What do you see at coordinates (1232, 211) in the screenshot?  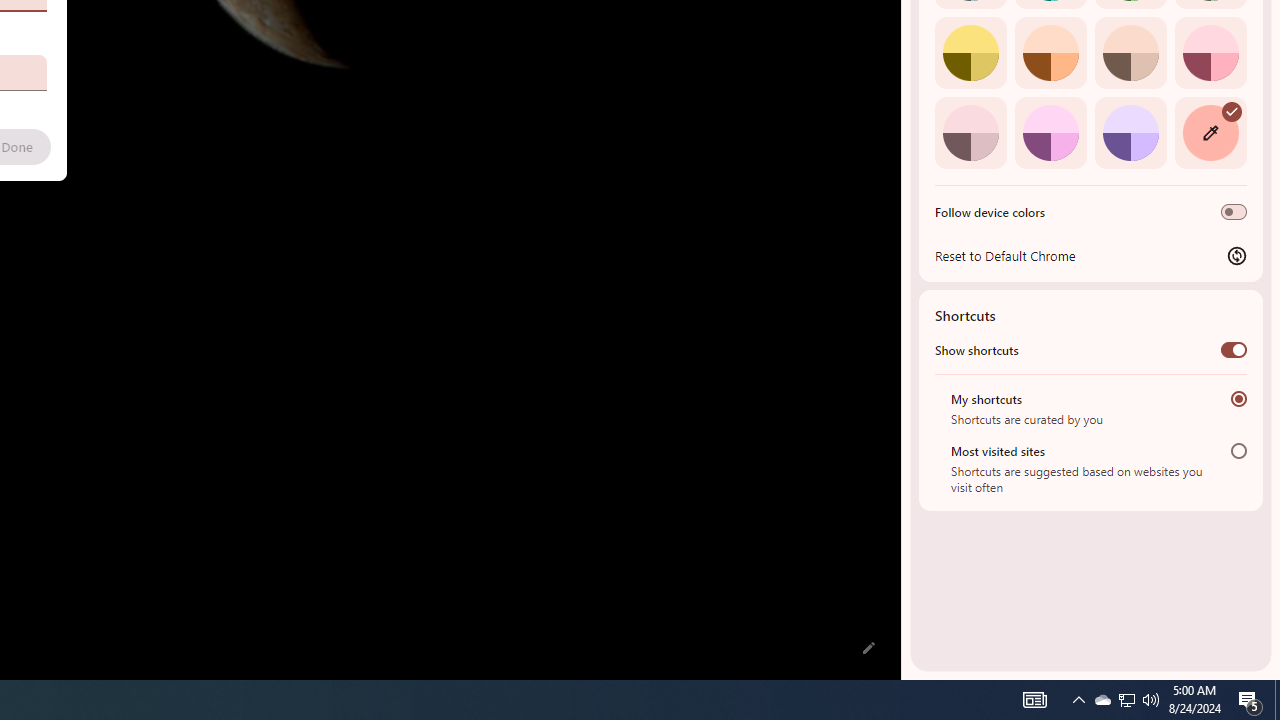 I see `'Follow device colors'` at bounding box center [1232, 211].